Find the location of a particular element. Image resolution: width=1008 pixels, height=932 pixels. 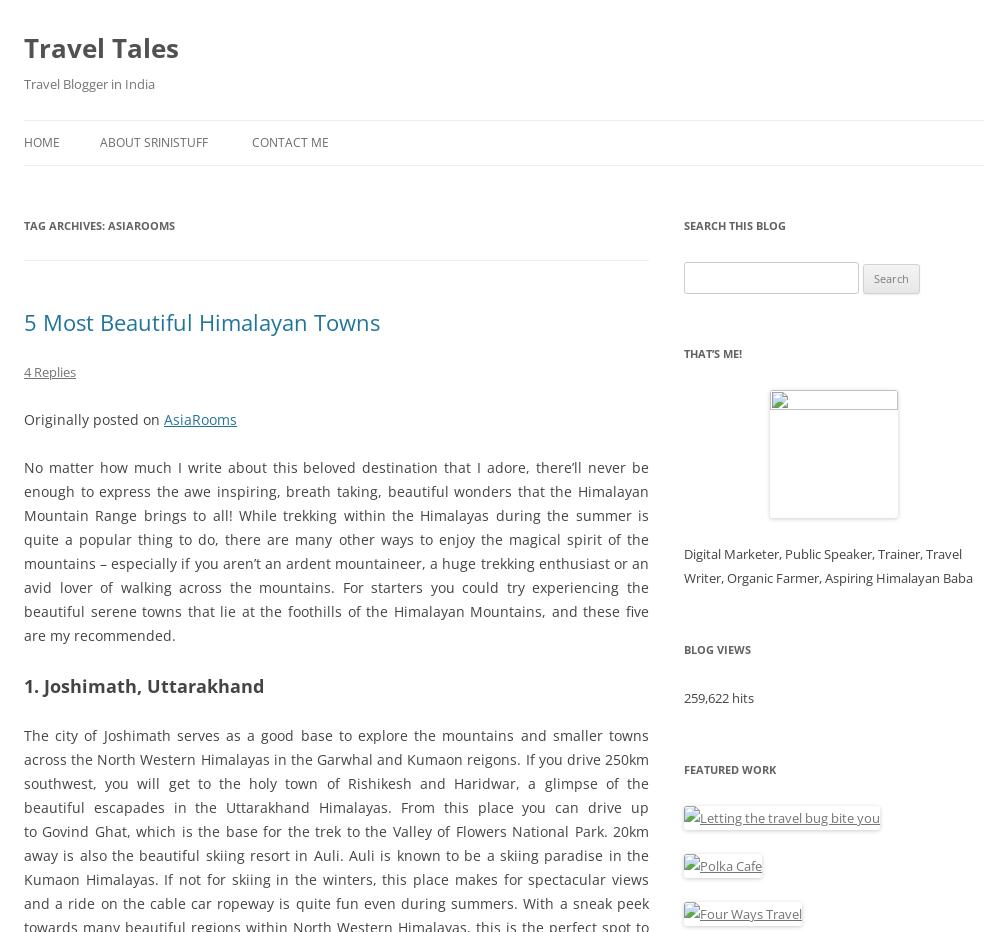

'Contact Me' is located at coordinates (252, 141).